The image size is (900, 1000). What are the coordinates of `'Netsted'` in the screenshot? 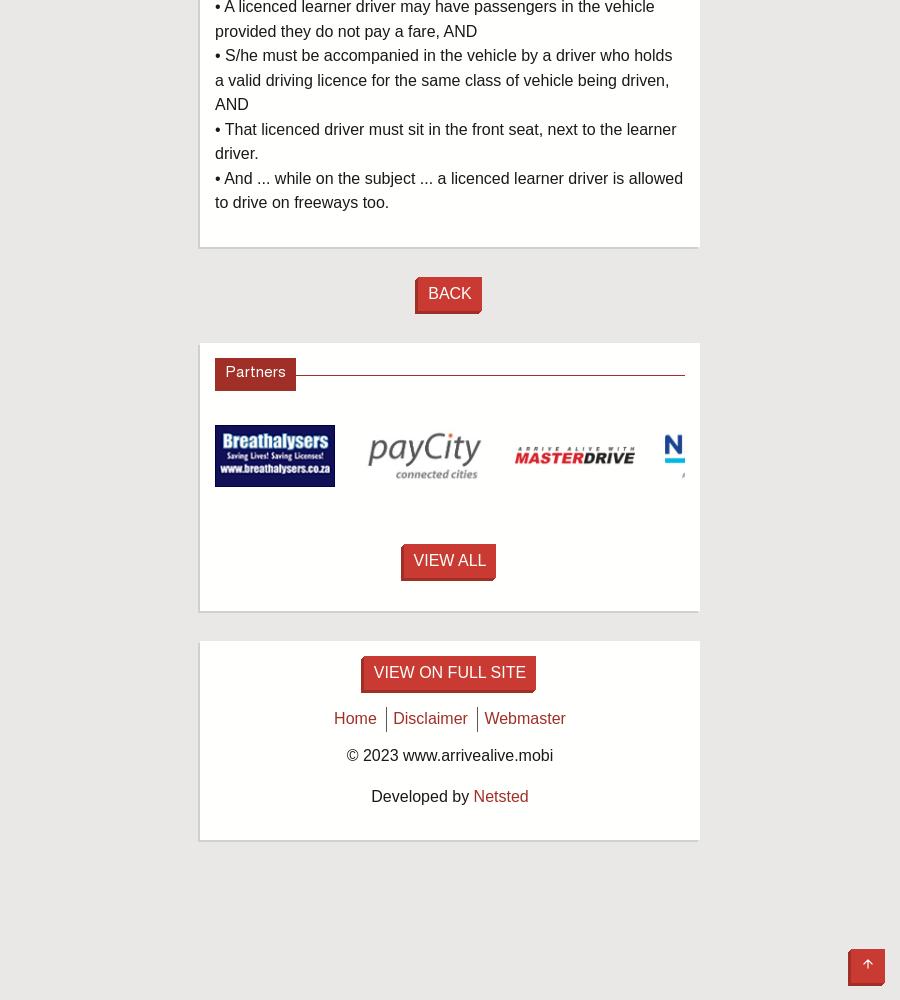 It's located at (499, 795).